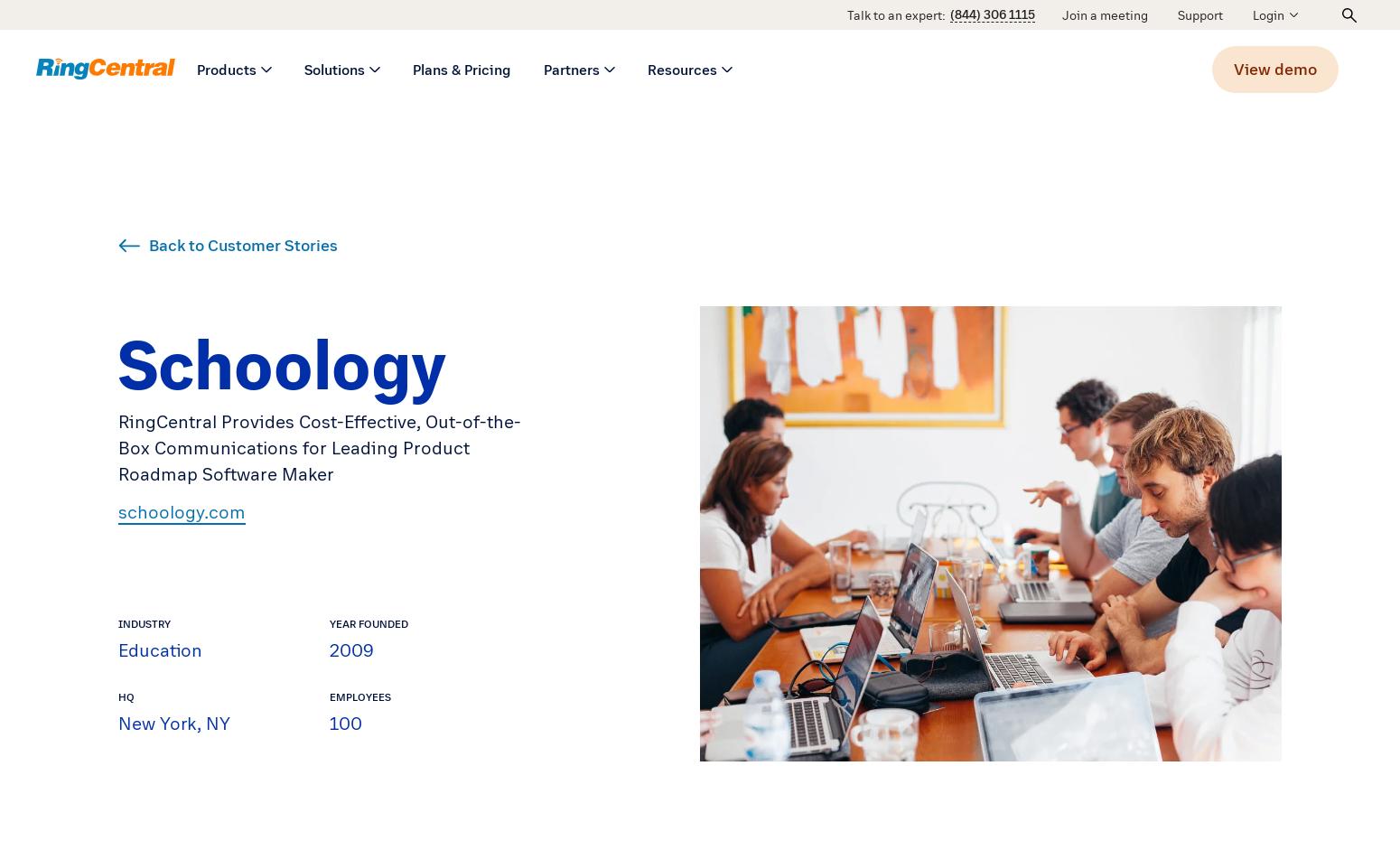  I want to click on 'View demo', so click(1274, 67).